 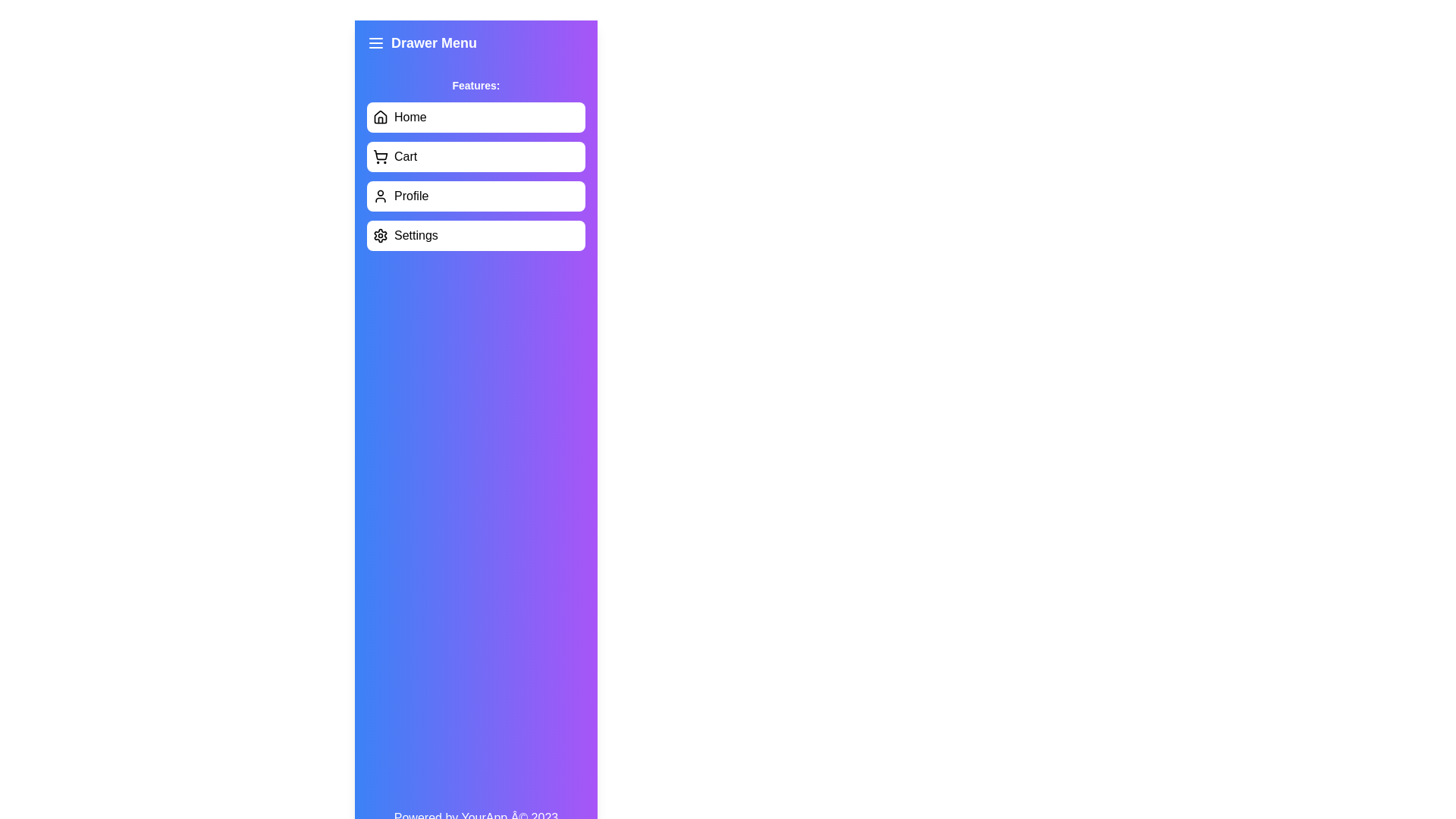 What do you see at coordinates (381, 236) in the screenshot?
I see `the Settings icon in the drawer menu` at bounding box center [381, 236].